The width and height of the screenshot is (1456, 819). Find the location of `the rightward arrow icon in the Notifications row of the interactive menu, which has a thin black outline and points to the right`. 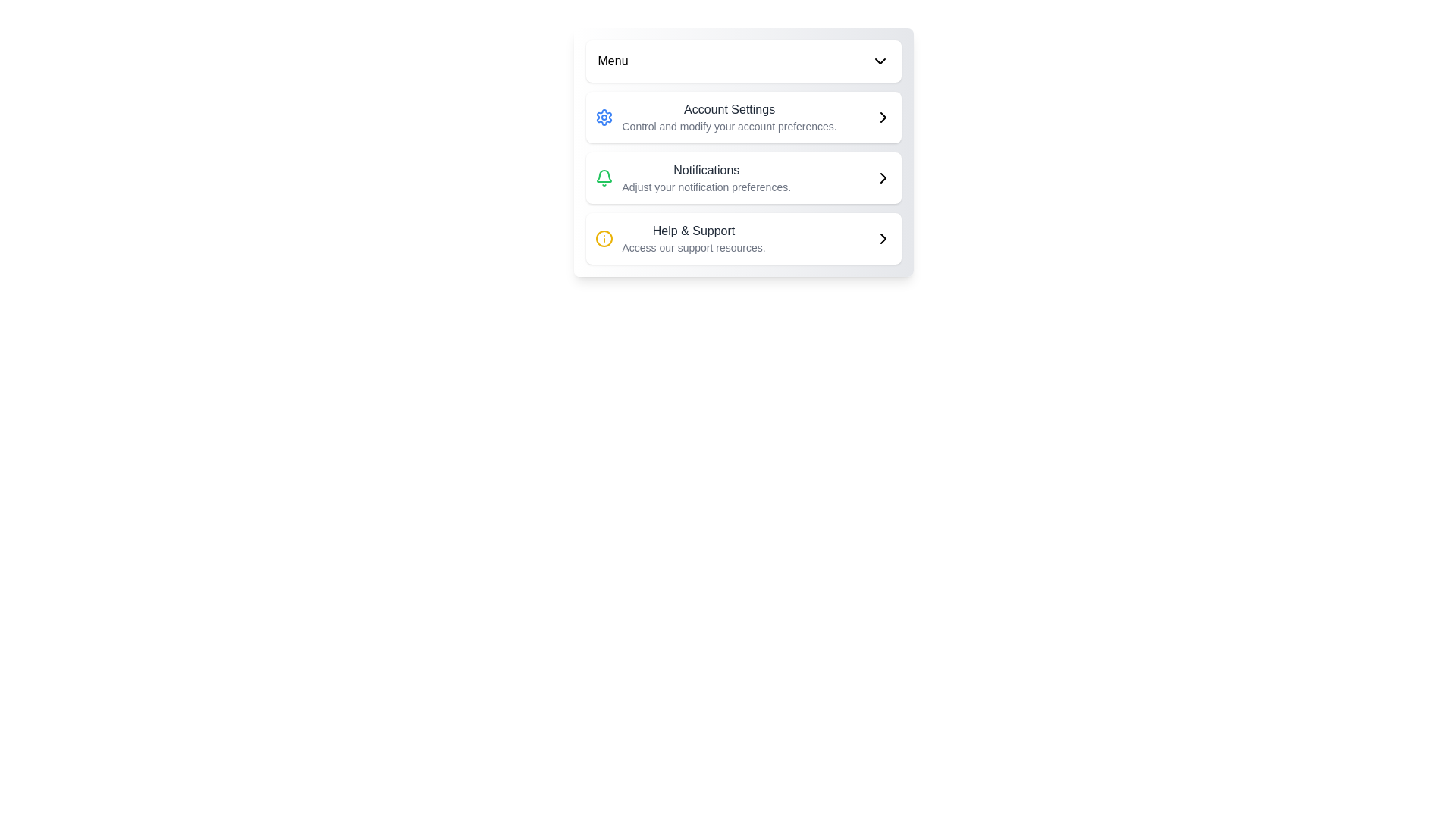

the rightward arrow icon in the Notifications row of the interactive menu, which has a thin black outline and points to the right is located at coordinates (883, 177).